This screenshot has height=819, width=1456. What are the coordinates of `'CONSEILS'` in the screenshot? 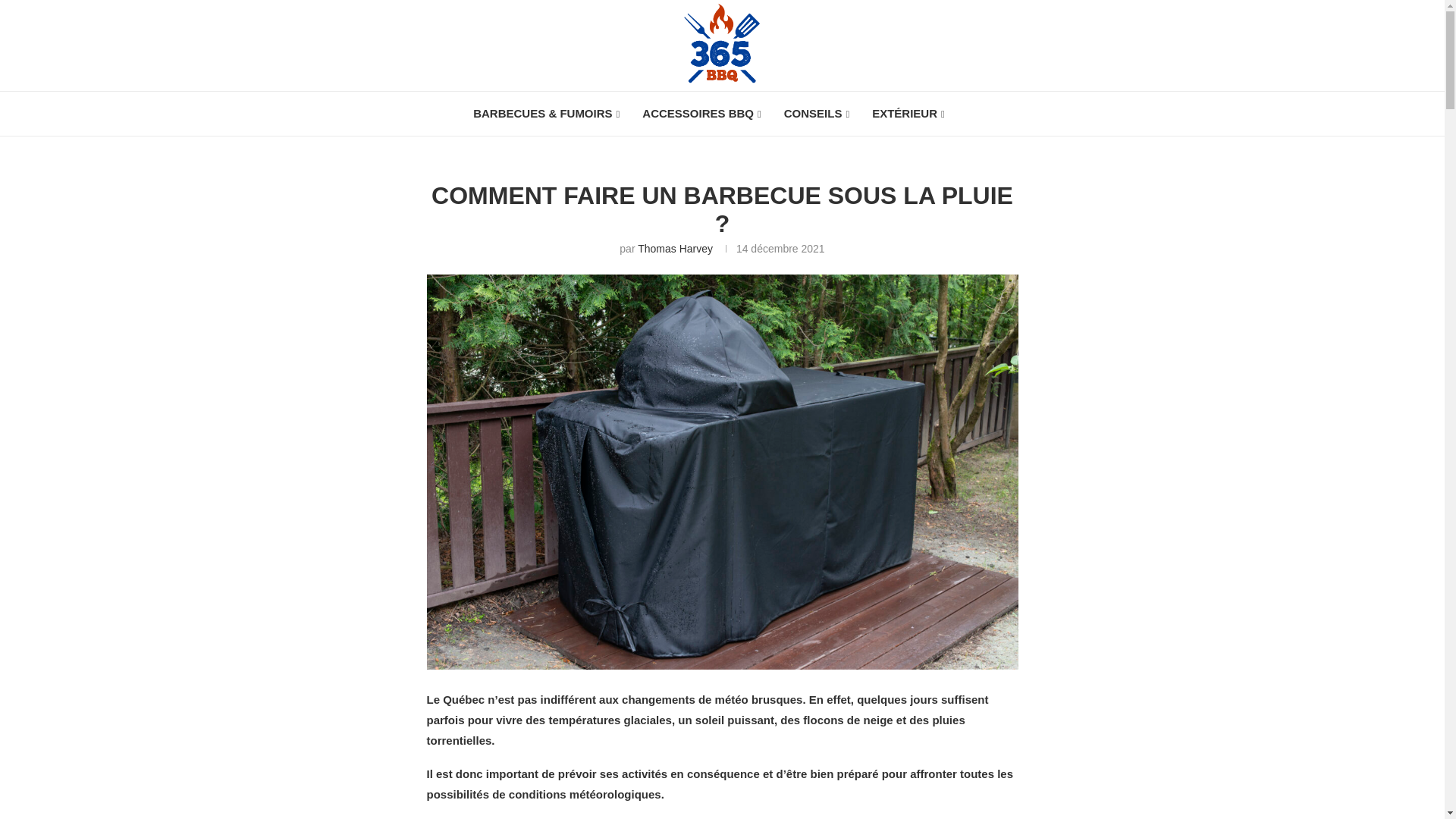 It's located at (815, 113).